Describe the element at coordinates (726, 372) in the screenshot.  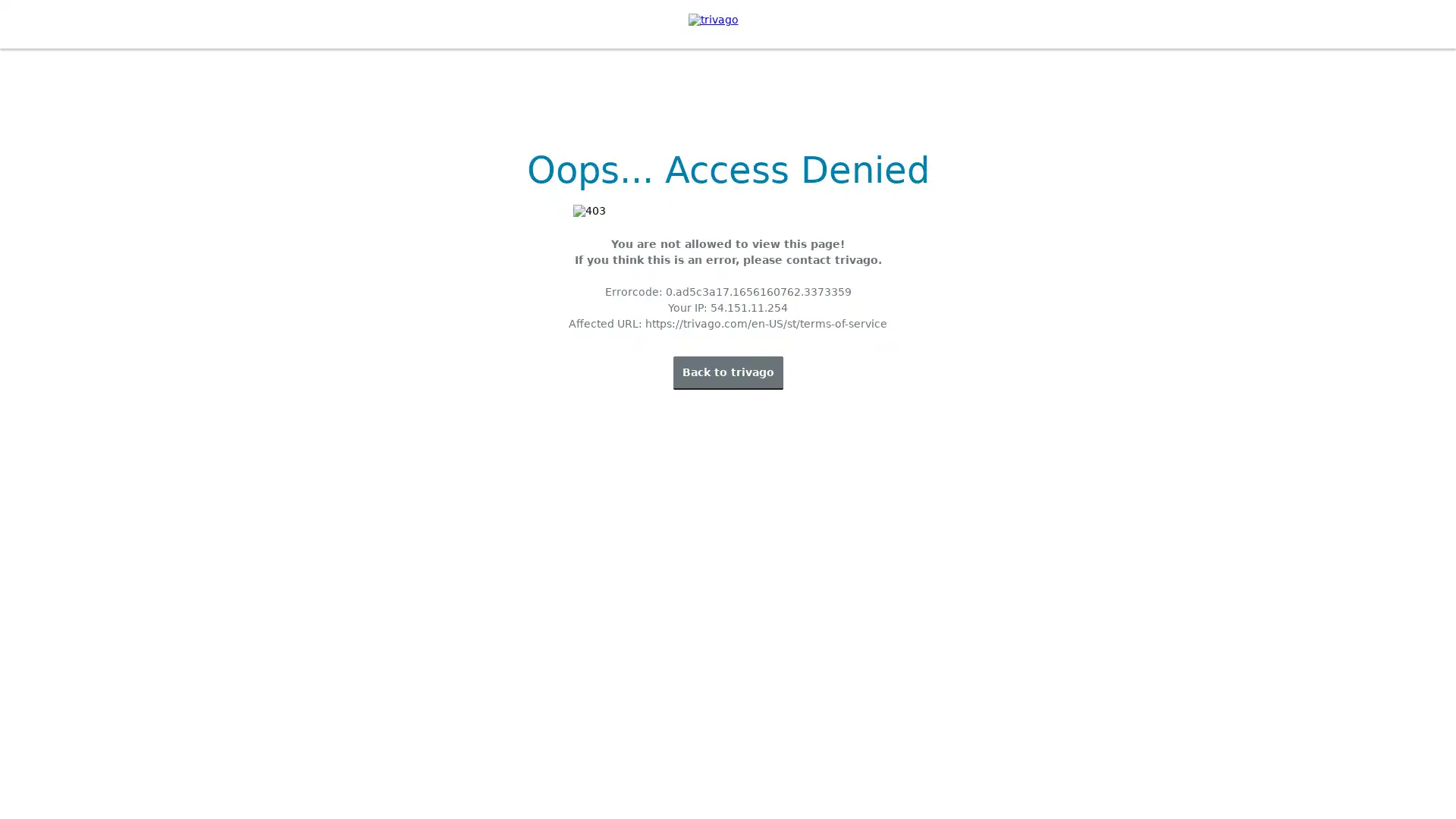
I see `Back to trivago` at that location.